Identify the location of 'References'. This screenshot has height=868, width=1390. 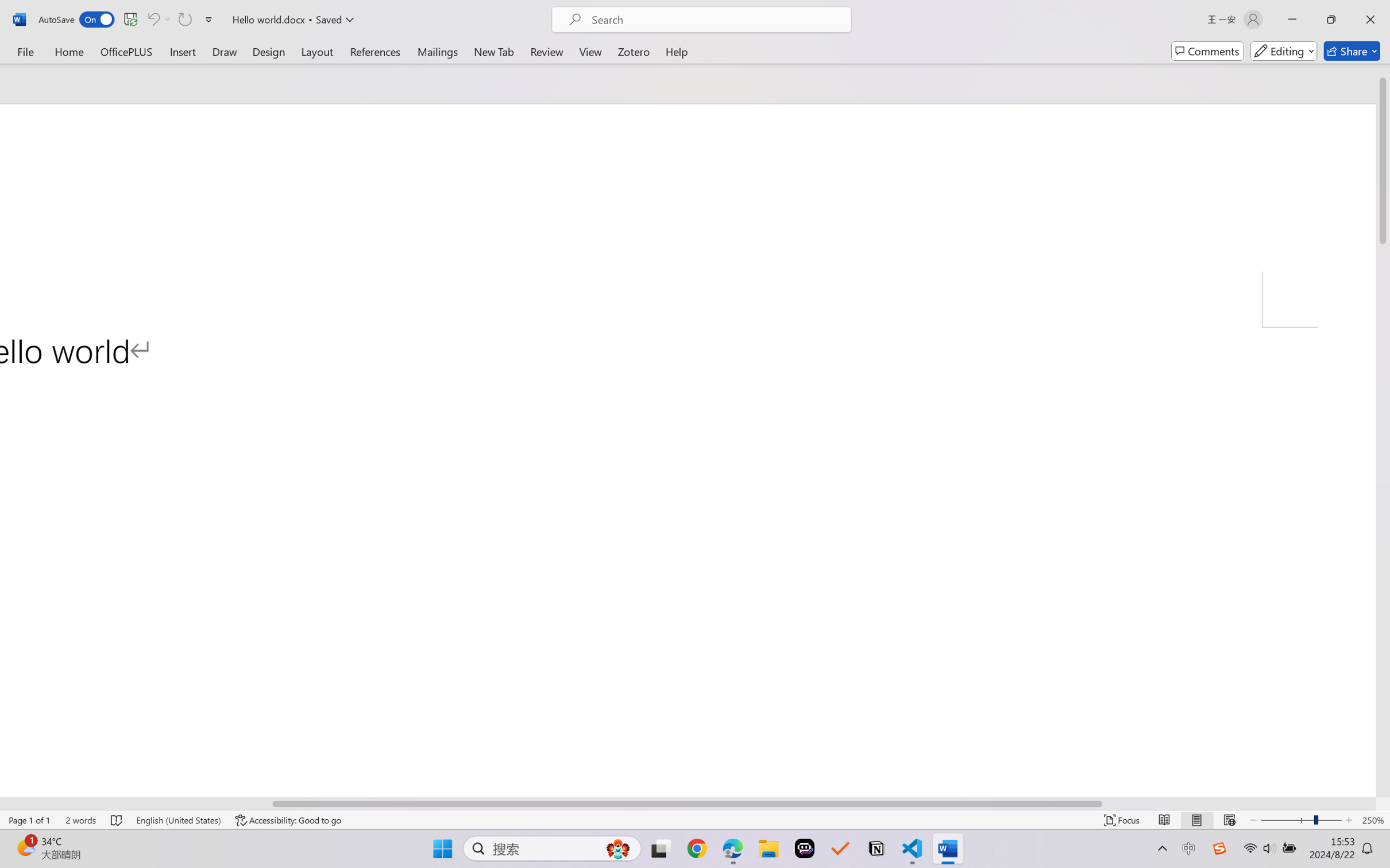
(375, 51).